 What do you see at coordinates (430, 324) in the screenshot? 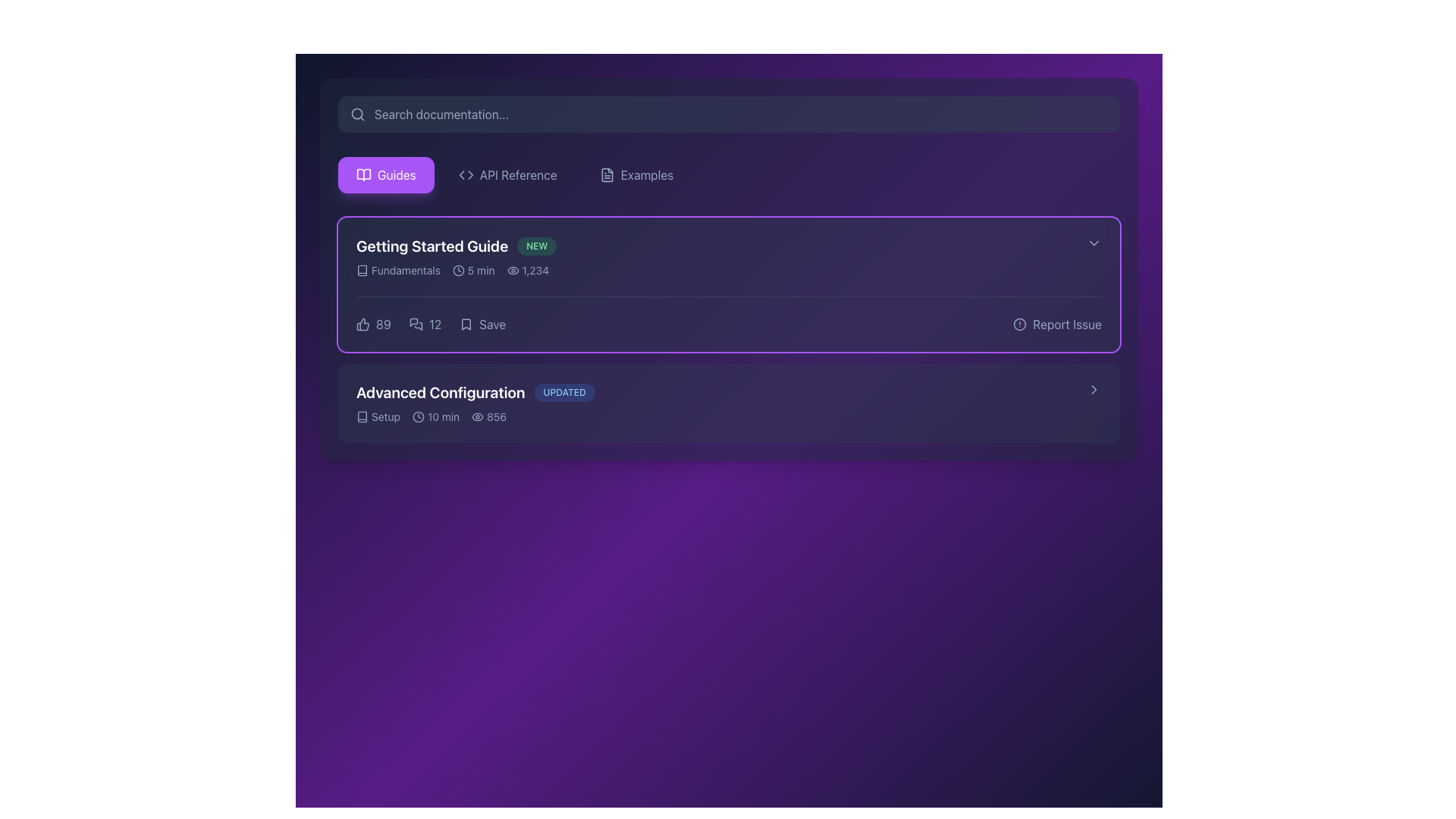
I see `the speech bubble icon in the horizontal group of interactive feedback options located near the bottom-left of the 'Getting Started Guide' card` at bounding box center [430, 324].